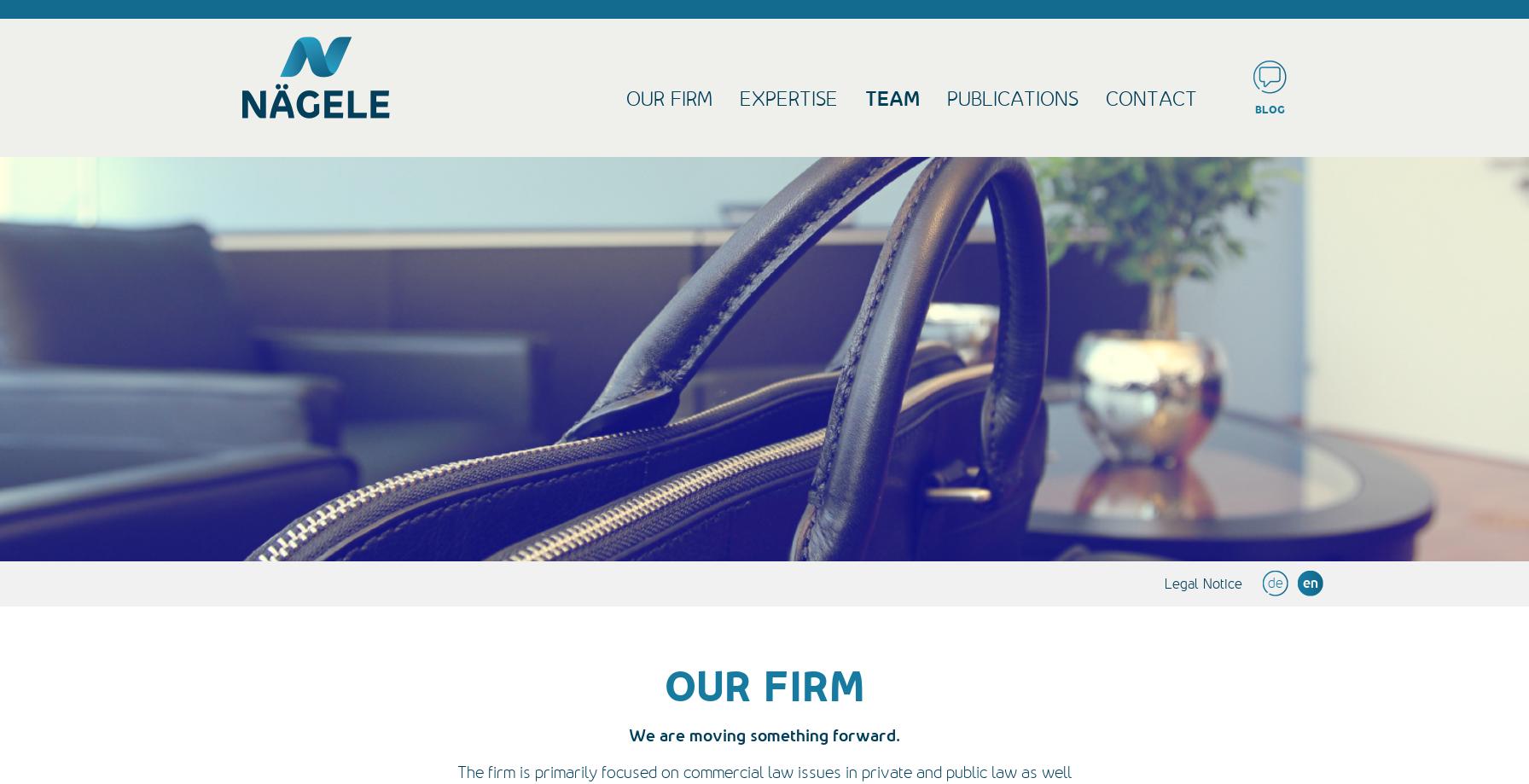 The width and height of the screenshot is (1529, 784). Describe the element at coordinates (626, 97) in the screenshot. I see `'Our Firm'` at that location.